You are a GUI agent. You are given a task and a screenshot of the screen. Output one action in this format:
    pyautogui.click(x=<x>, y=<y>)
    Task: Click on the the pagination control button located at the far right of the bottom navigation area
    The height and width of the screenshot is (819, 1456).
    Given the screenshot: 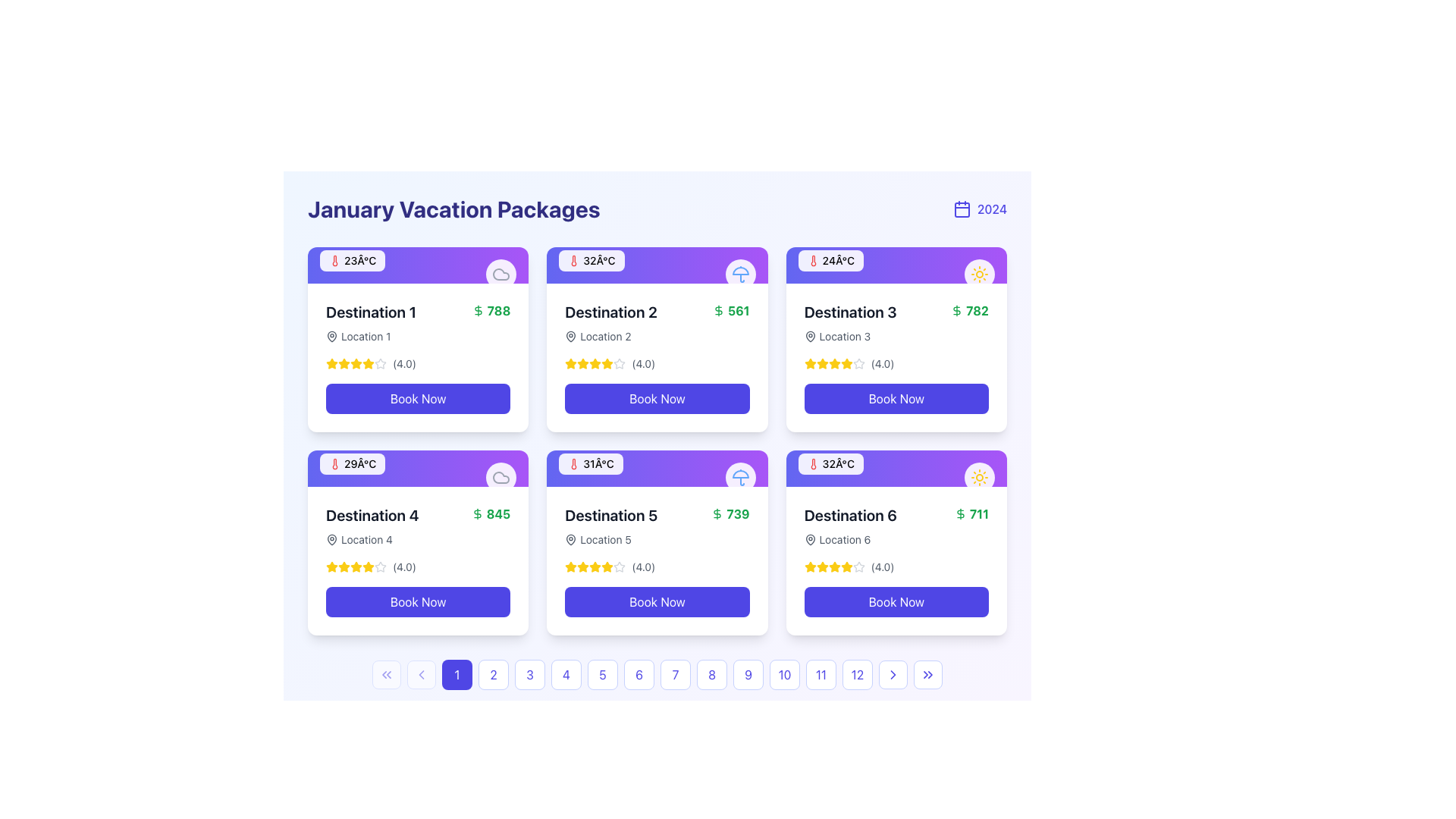 What is the action you would take?
    pyautogui.click(x=927, y=674)
    